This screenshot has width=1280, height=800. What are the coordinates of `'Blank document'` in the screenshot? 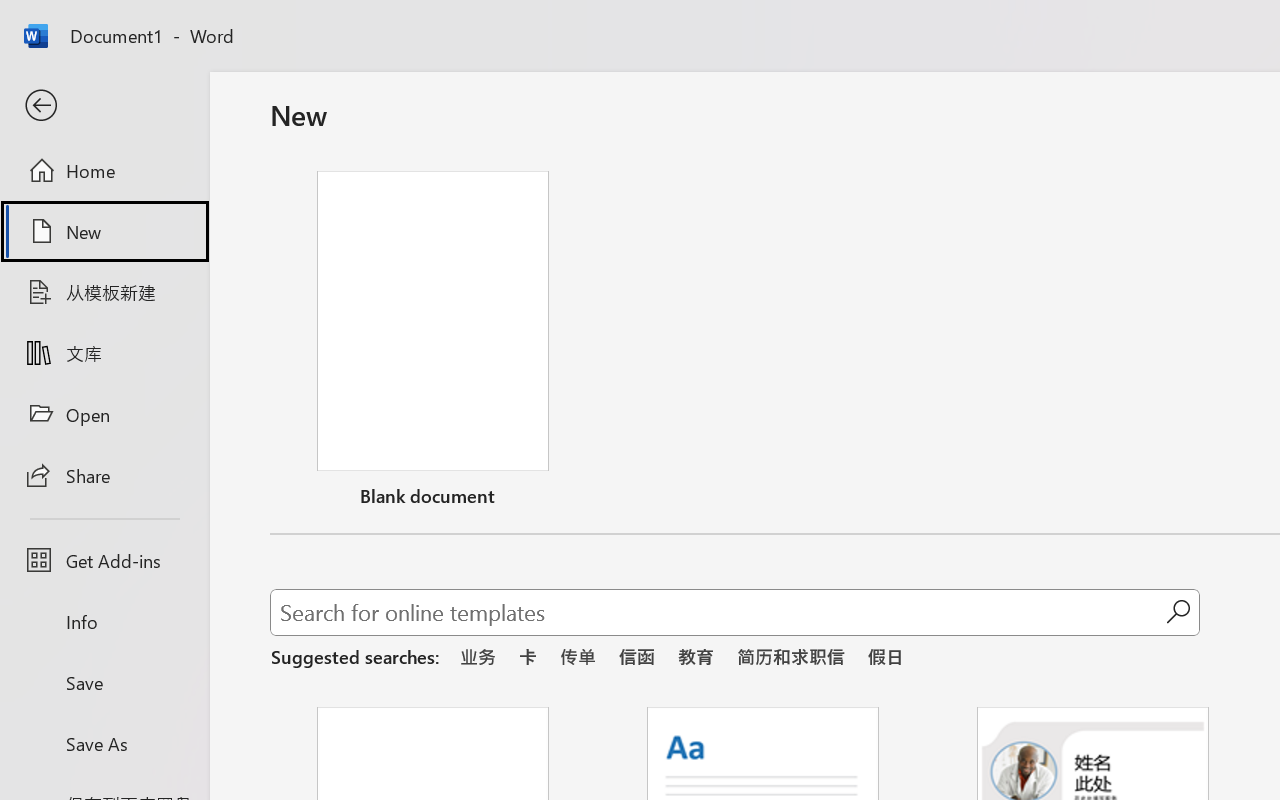 It's located at (432, 343).